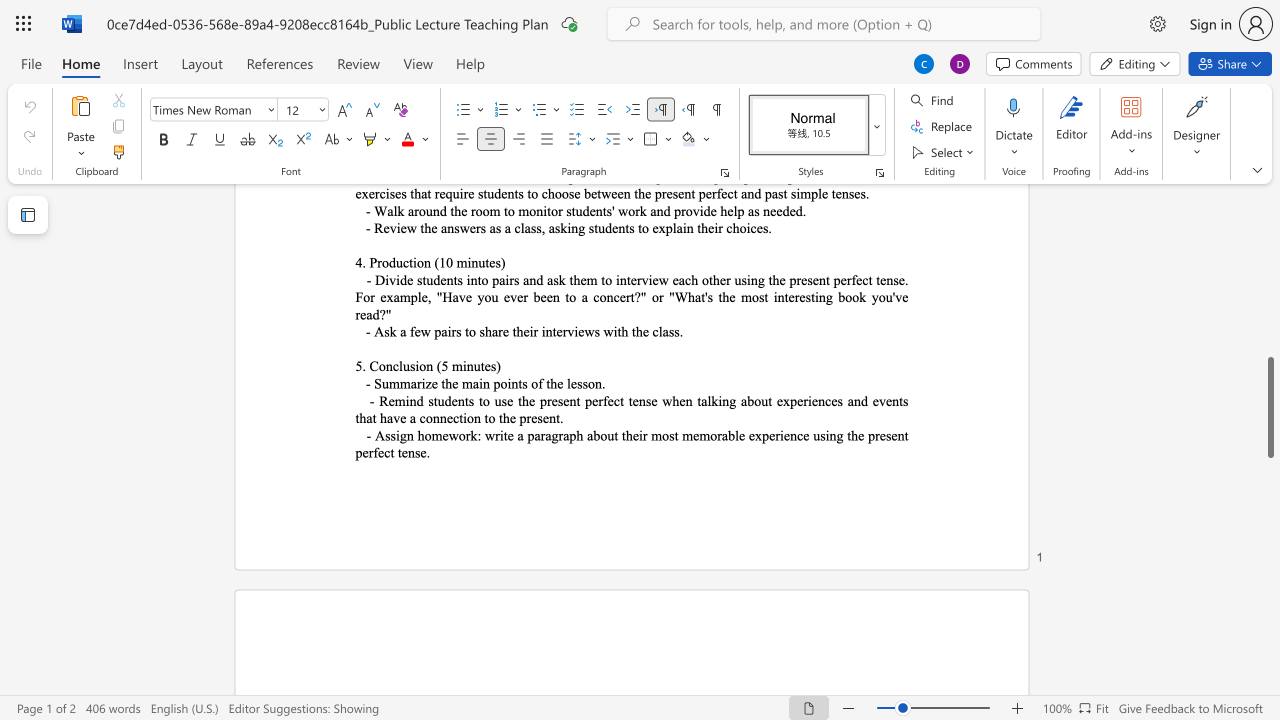 The height and width of the screenshot is (720, 1280). What do you see at coordinates (1269, 248) in the screenshot?
I see `the scrollbar to slide the page up` at bounding box center [1269, 248].